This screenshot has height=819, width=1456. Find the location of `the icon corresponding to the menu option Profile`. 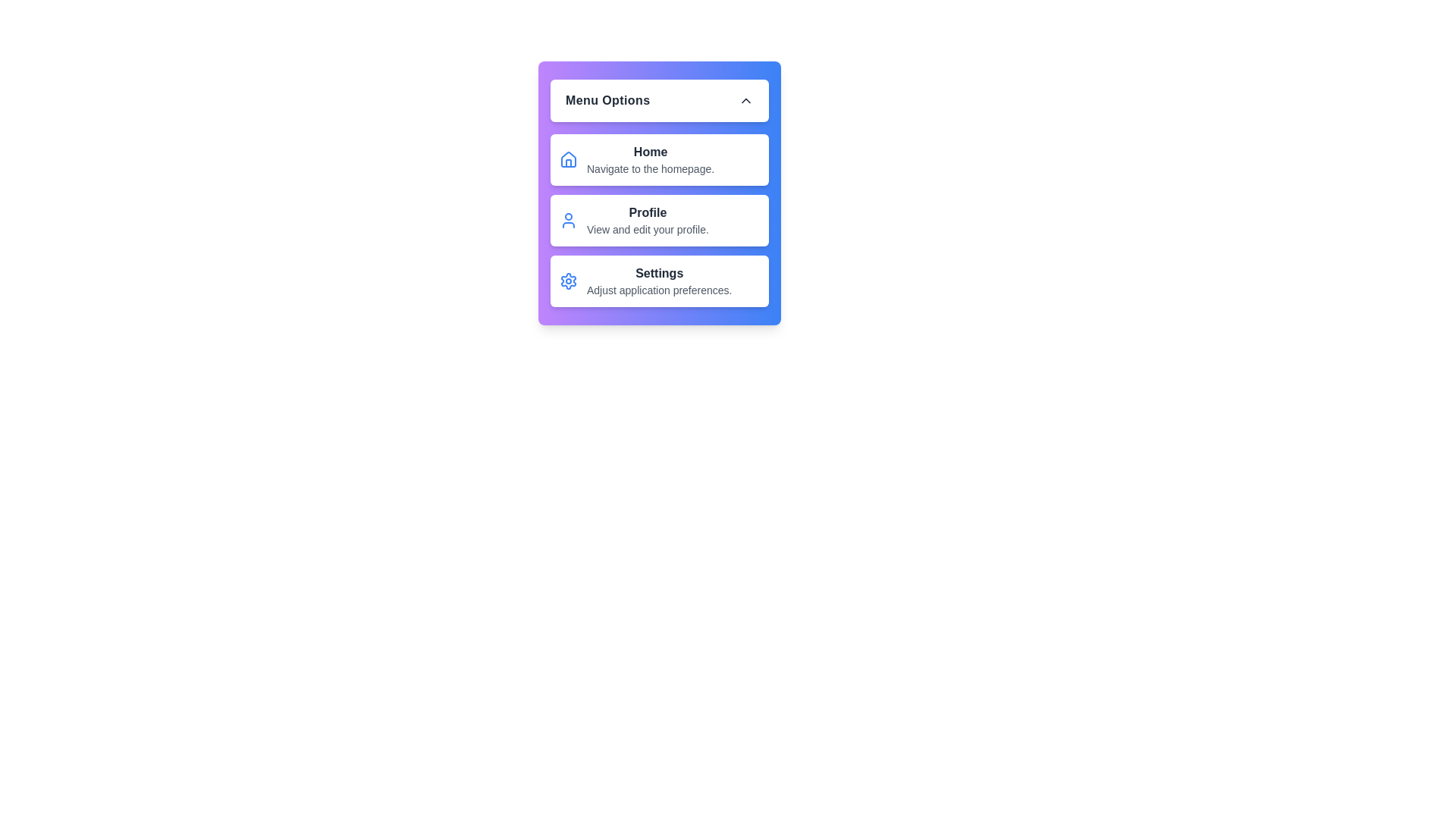

the icon corresponding to the menu option Profile is located at coordinates (567, 220).